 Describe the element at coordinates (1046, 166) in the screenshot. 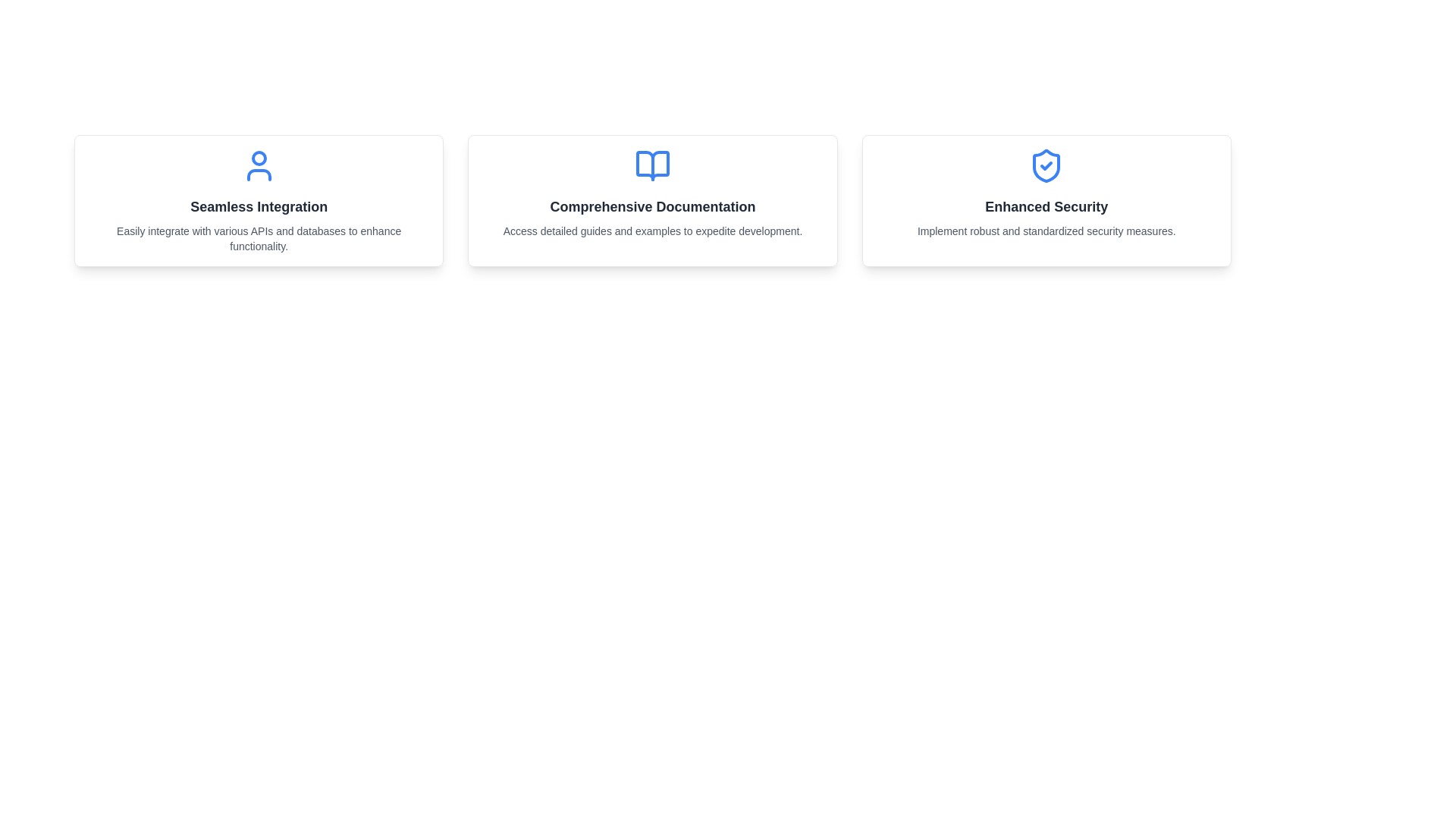

I see `the enhanced security icon located in the third information card on the right side of the interface` at that location.